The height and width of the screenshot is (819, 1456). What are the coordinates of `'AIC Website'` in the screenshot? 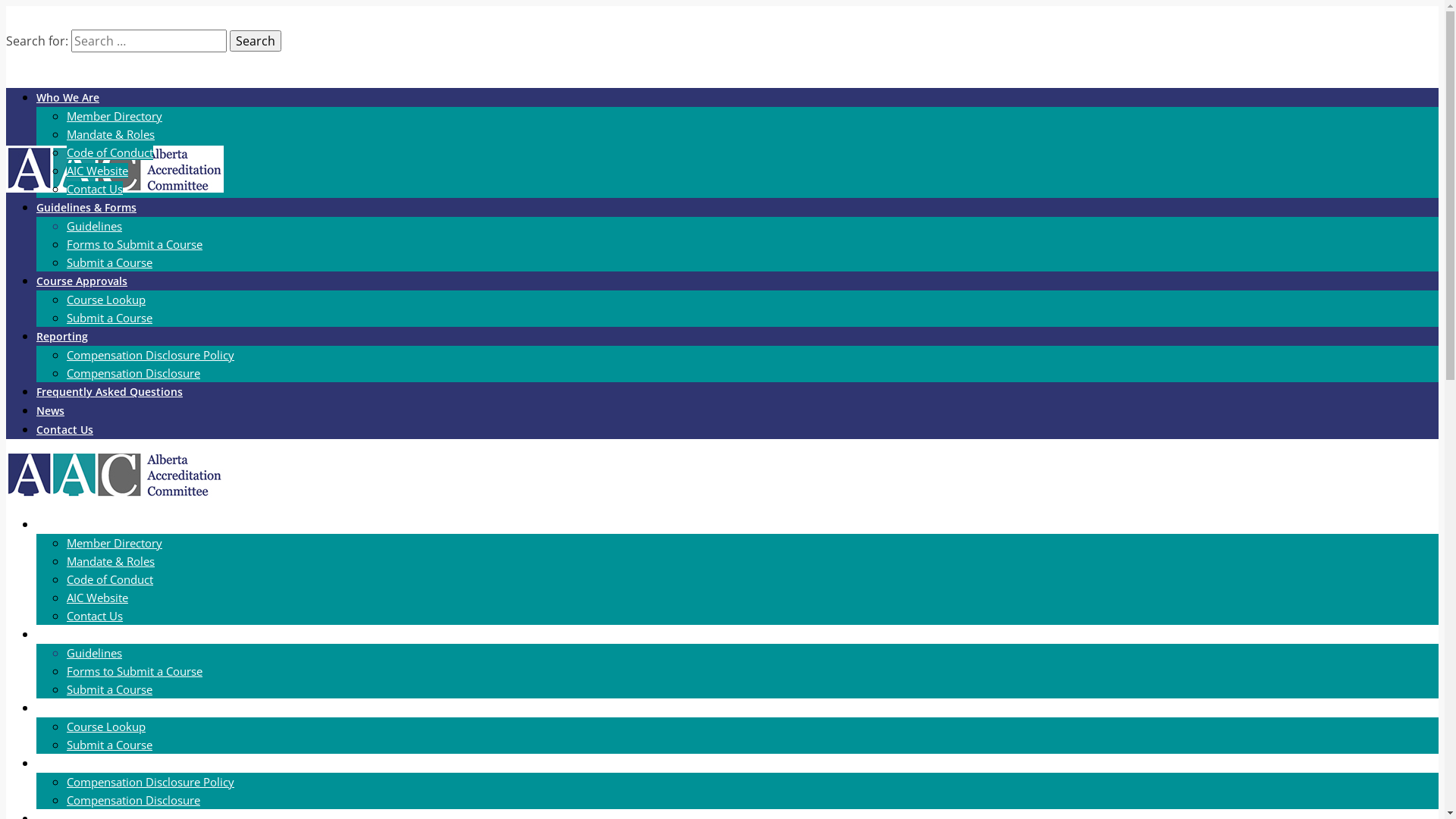 It's located at (96, 170).